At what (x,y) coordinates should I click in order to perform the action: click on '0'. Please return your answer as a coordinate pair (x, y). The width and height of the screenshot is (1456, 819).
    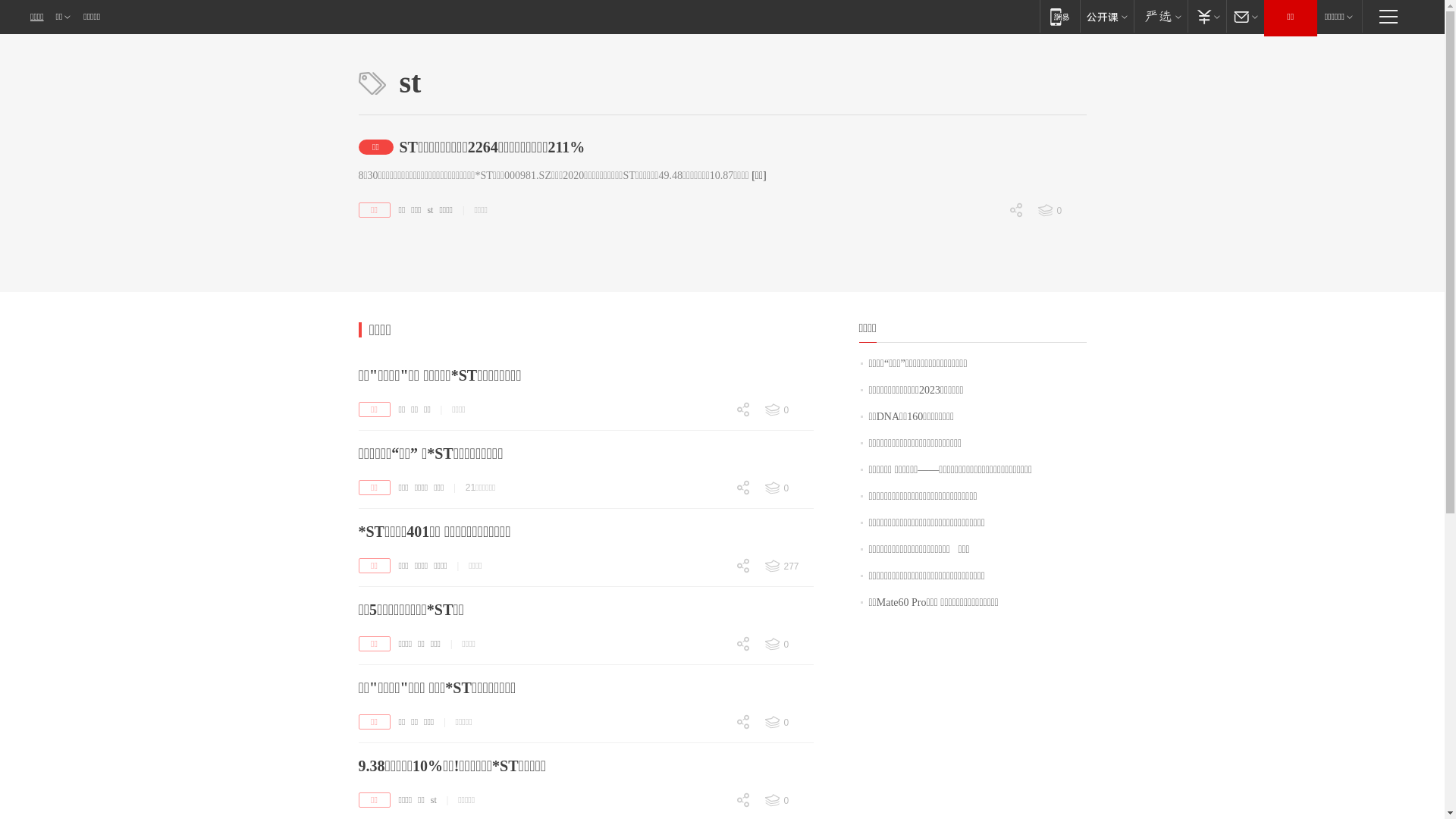
    Looking at the image, I should click on (712, 671).